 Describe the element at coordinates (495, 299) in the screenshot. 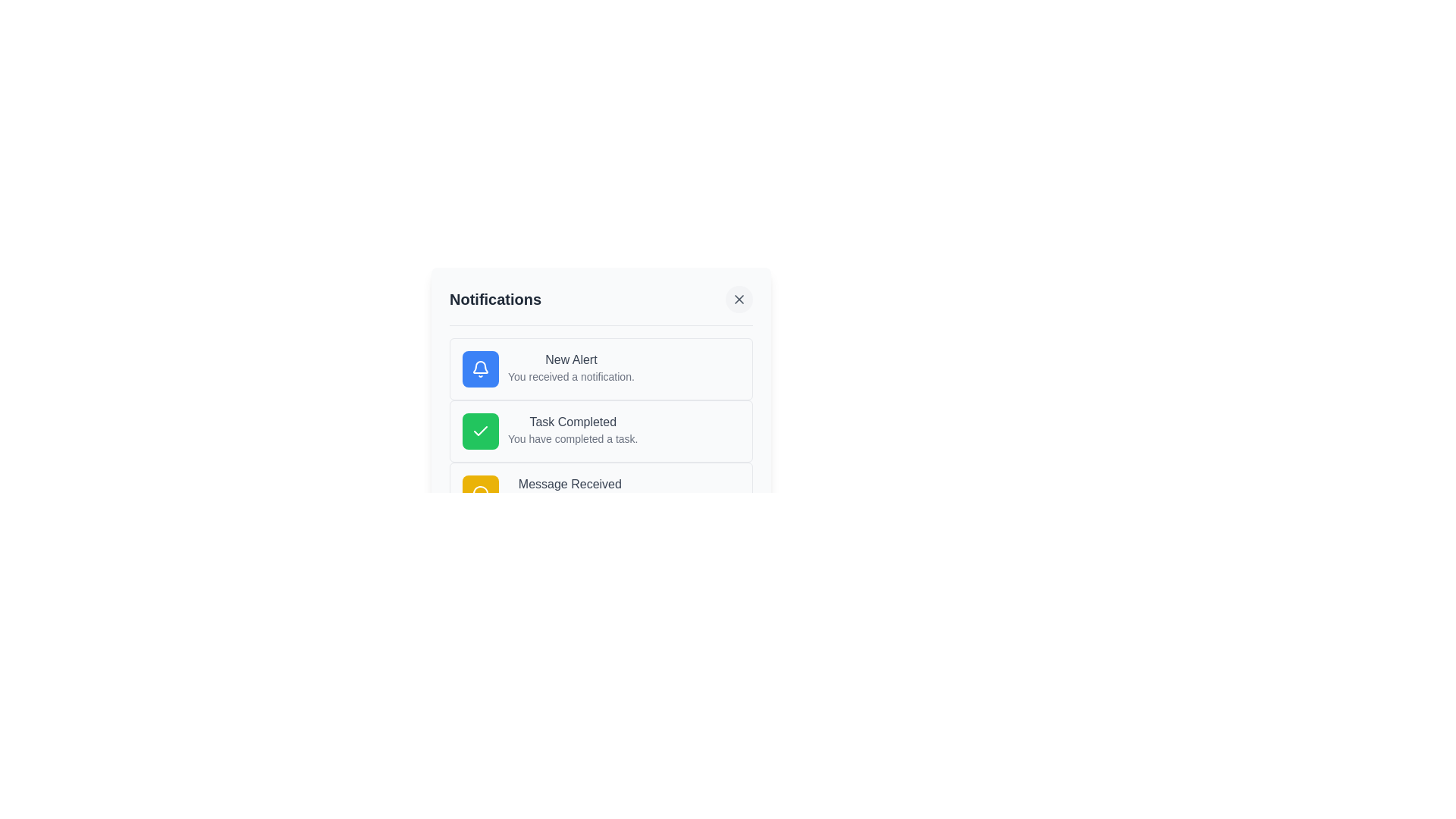

I see `the Text Label that designates the purpose of the surrounding panel for notifications, positioned in the upper-left section of the containing panel, to the left of the close icon button` at that location.